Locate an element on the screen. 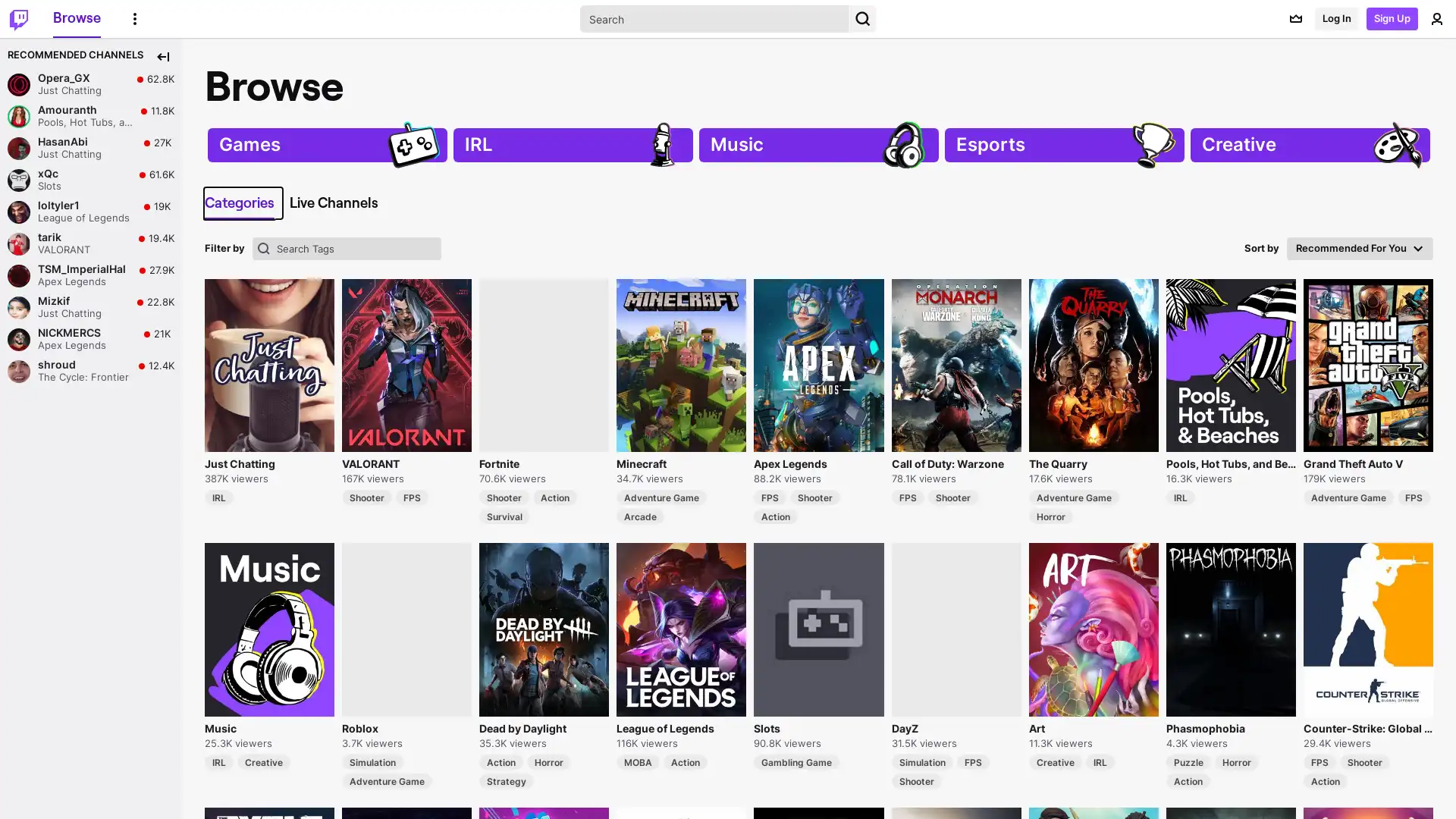 Image resolution: width=1456 pixels, height=819 pixels. Sign Up is located at coordinates (1392, 18).